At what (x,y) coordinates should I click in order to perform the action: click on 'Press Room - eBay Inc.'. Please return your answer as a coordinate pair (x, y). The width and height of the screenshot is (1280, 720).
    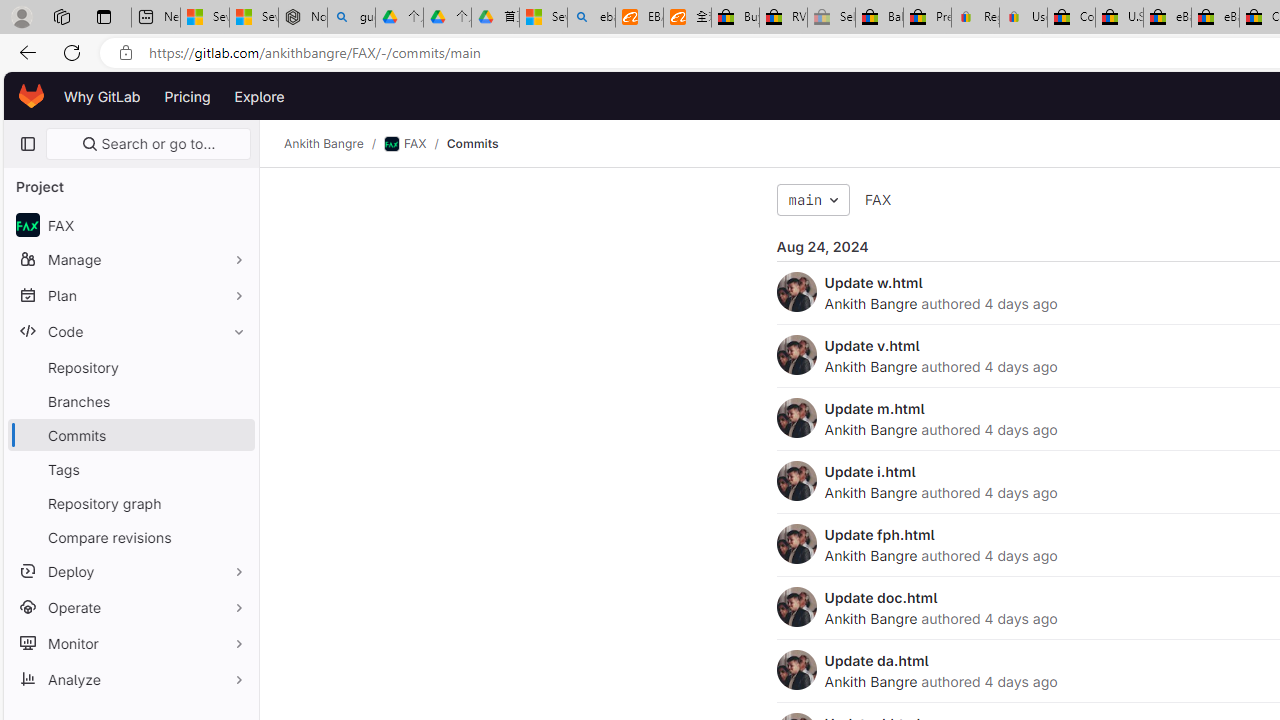
    Looking at the image, I should click on (926, 17).